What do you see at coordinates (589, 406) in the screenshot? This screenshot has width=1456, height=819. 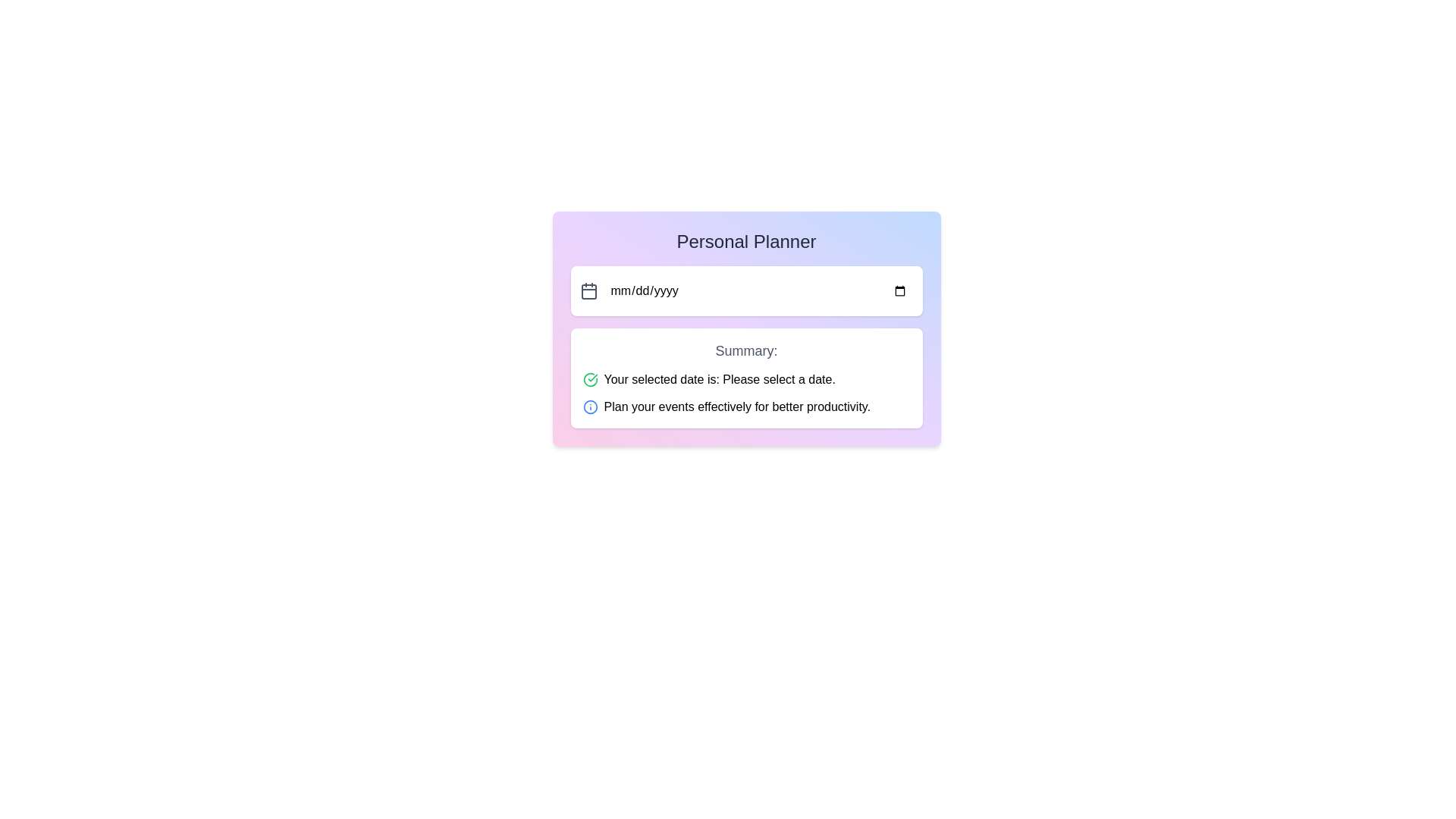 I see `the visual cue represented` at bounding box center [589, 406].